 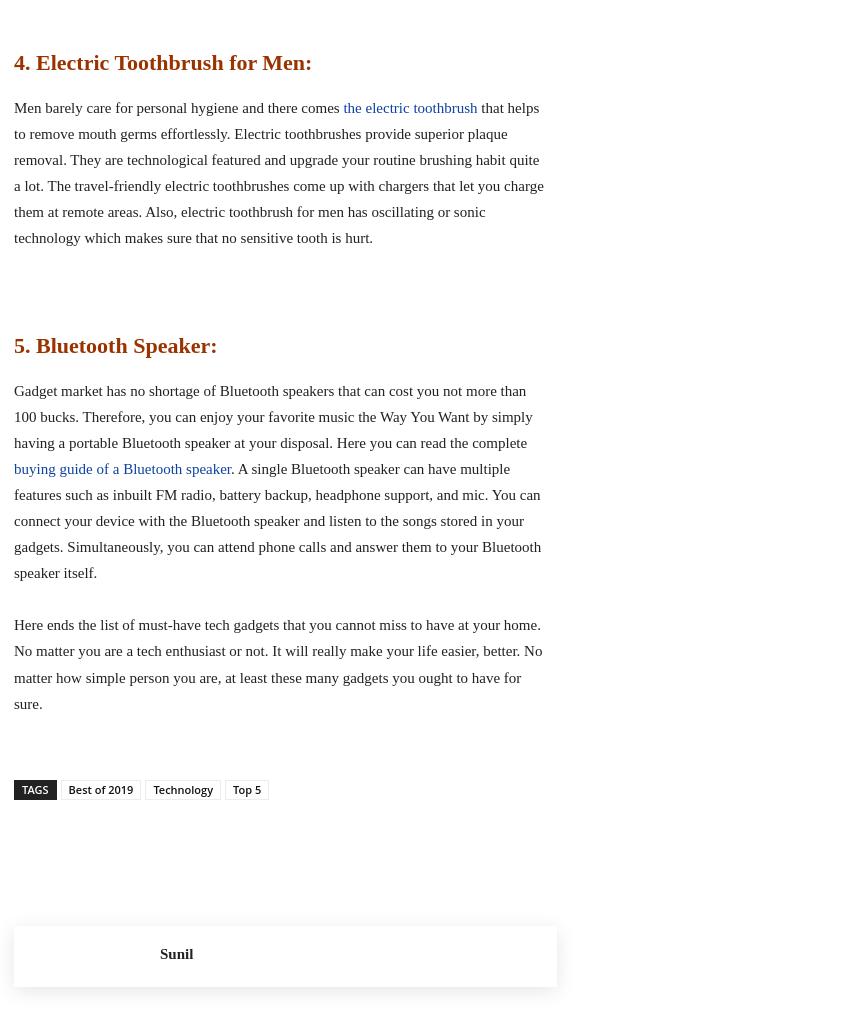 I want to click on '4. Electric Toothbrush for Men:', so click(x=163, y=60).